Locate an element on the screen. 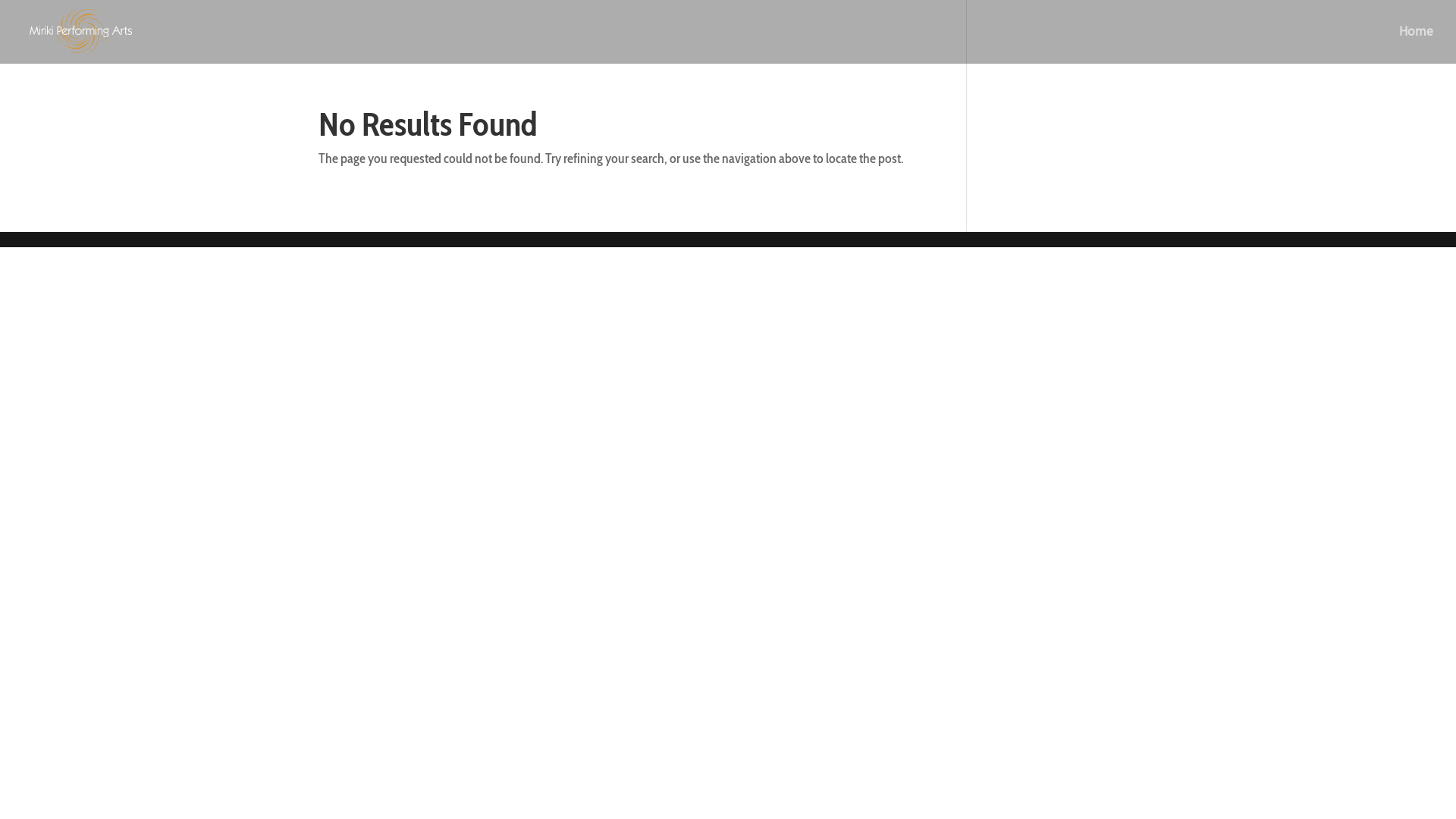 This screenshot has width=1456, height=819. 'Home' is located at coordinates (1398, 44).